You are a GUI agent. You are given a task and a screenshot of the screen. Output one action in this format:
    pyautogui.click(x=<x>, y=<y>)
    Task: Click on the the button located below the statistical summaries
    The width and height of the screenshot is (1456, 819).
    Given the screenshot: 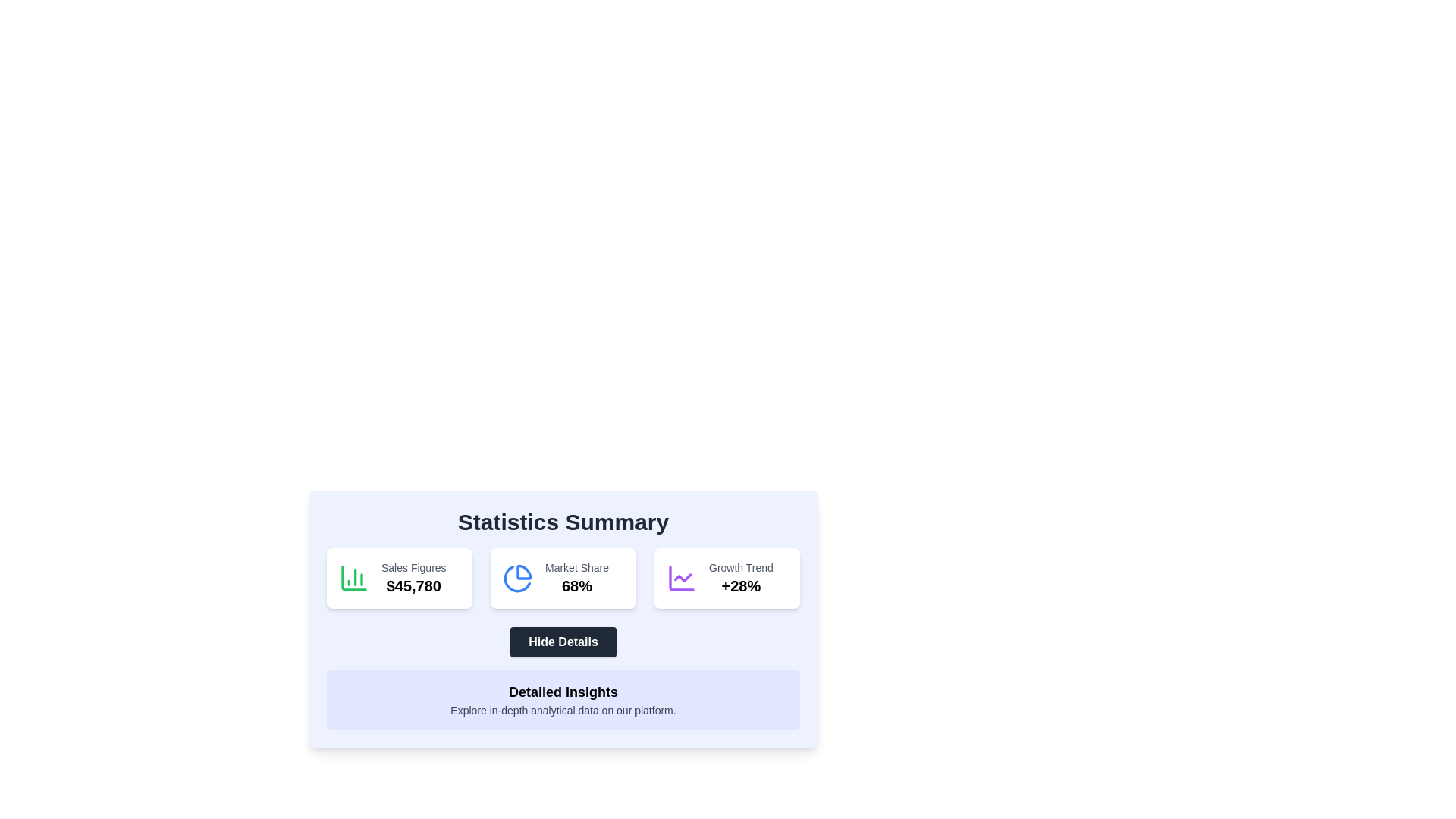 What is the action you would take?
    pyautogui.click(x=563, y=642)
    